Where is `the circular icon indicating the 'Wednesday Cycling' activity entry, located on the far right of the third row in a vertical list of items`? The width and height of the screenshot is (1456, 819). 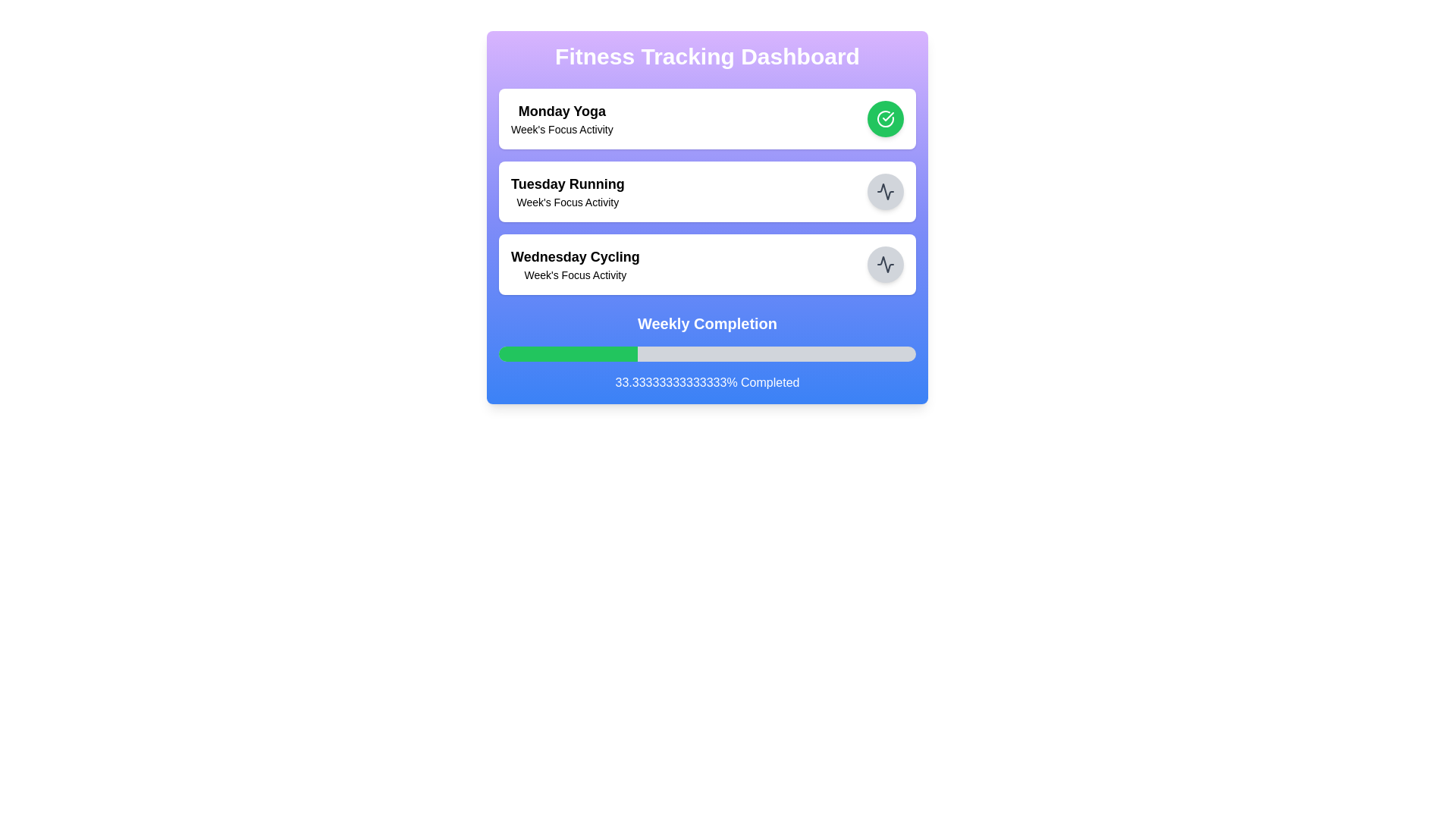
the circular icon indicating the 'Wednesday Cycling' activity entry, located on the far right of the third row in a vertical list of items is located at coordinates (885, 191).